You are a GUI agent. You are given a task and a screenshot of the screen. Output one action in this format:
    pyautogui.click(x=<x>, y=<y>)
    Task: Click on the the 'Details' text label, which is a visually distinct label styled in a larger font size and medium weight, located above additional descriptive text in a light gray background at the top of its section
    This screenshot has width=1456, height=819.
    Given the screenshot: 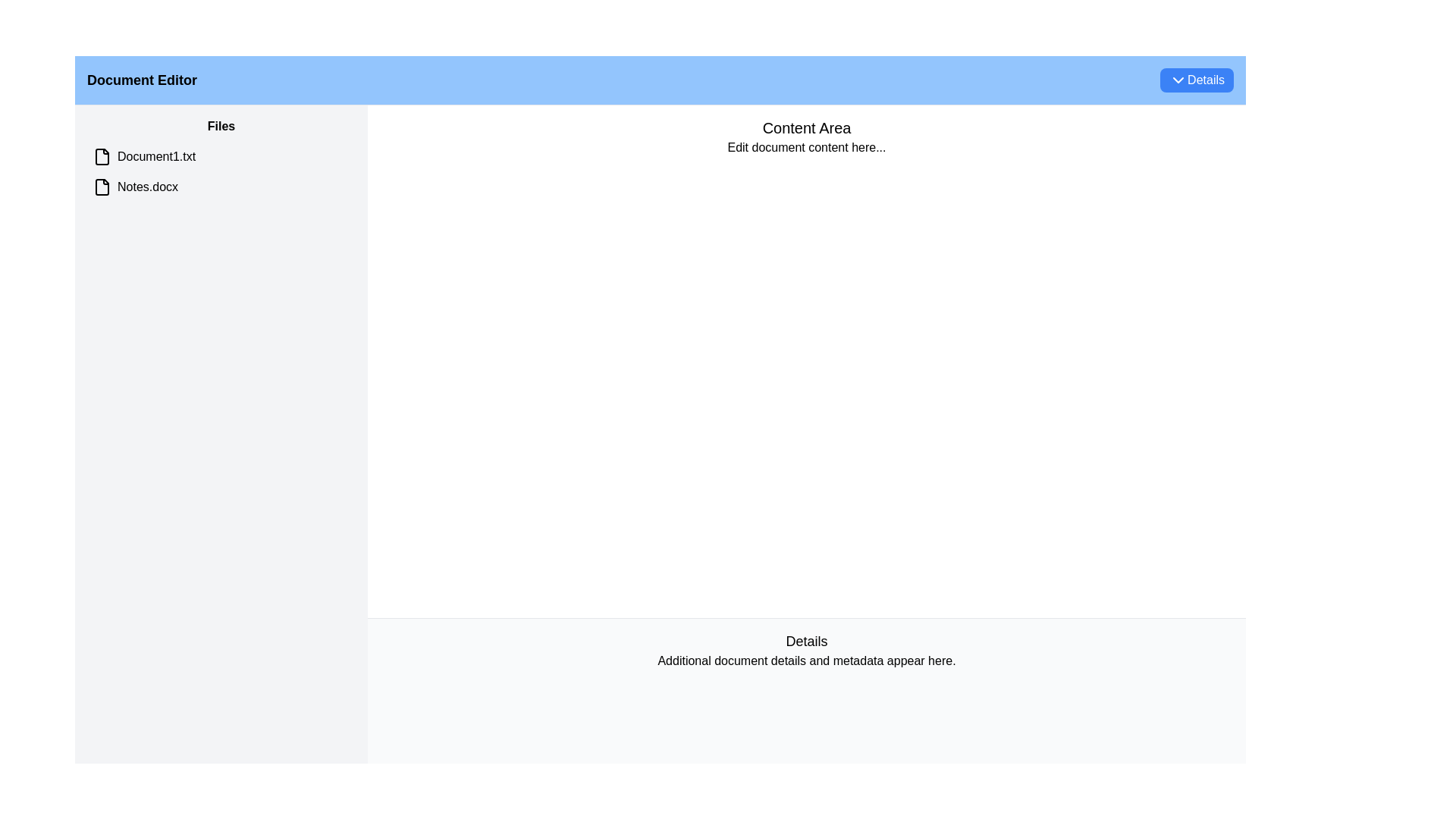 What is the action you would take?
    pyautogui.click(x=806, y=640)
    